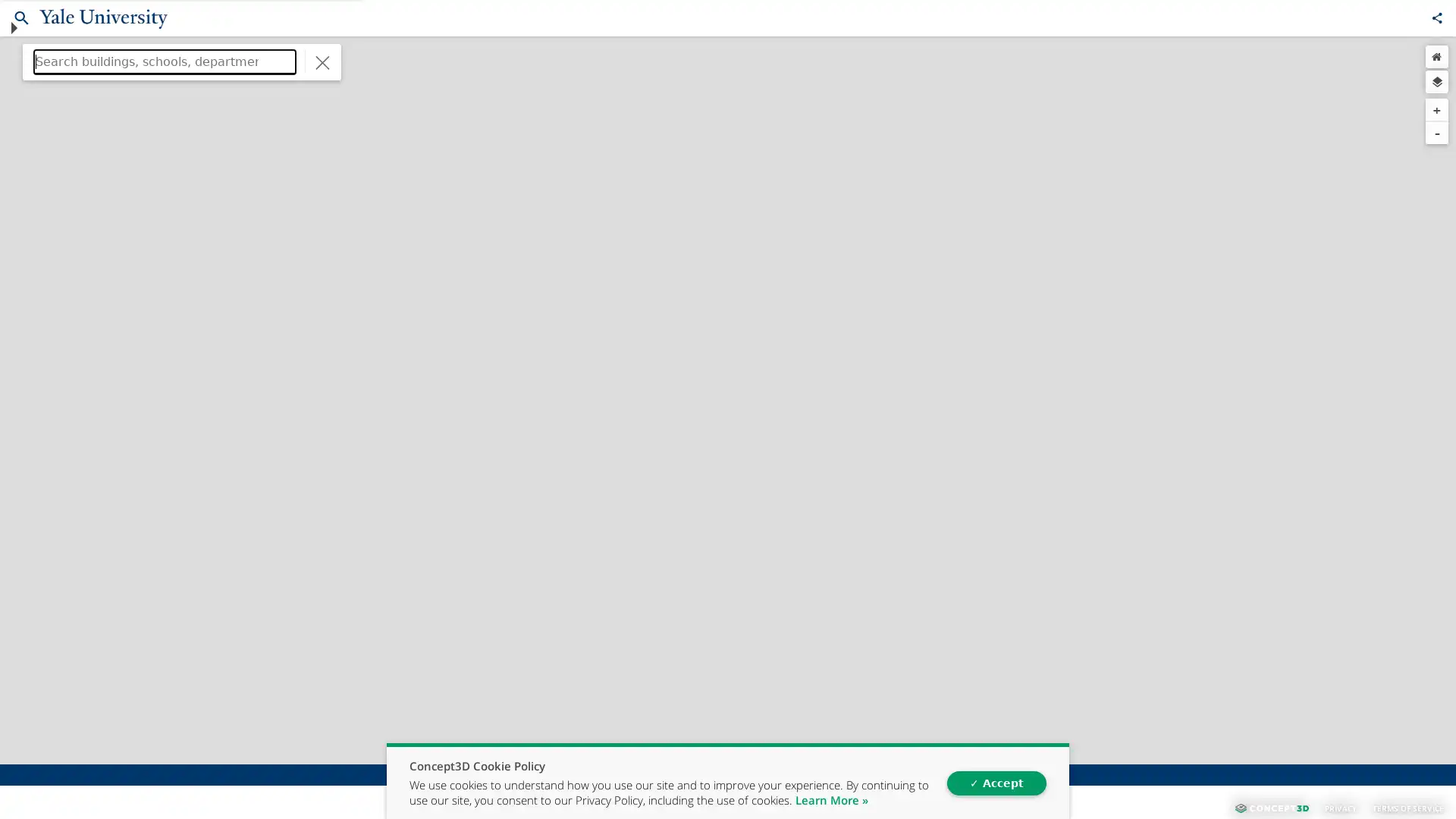 This screenshot has height=819, width=1456. I want to click on Zoom out, so click(1436, 133).